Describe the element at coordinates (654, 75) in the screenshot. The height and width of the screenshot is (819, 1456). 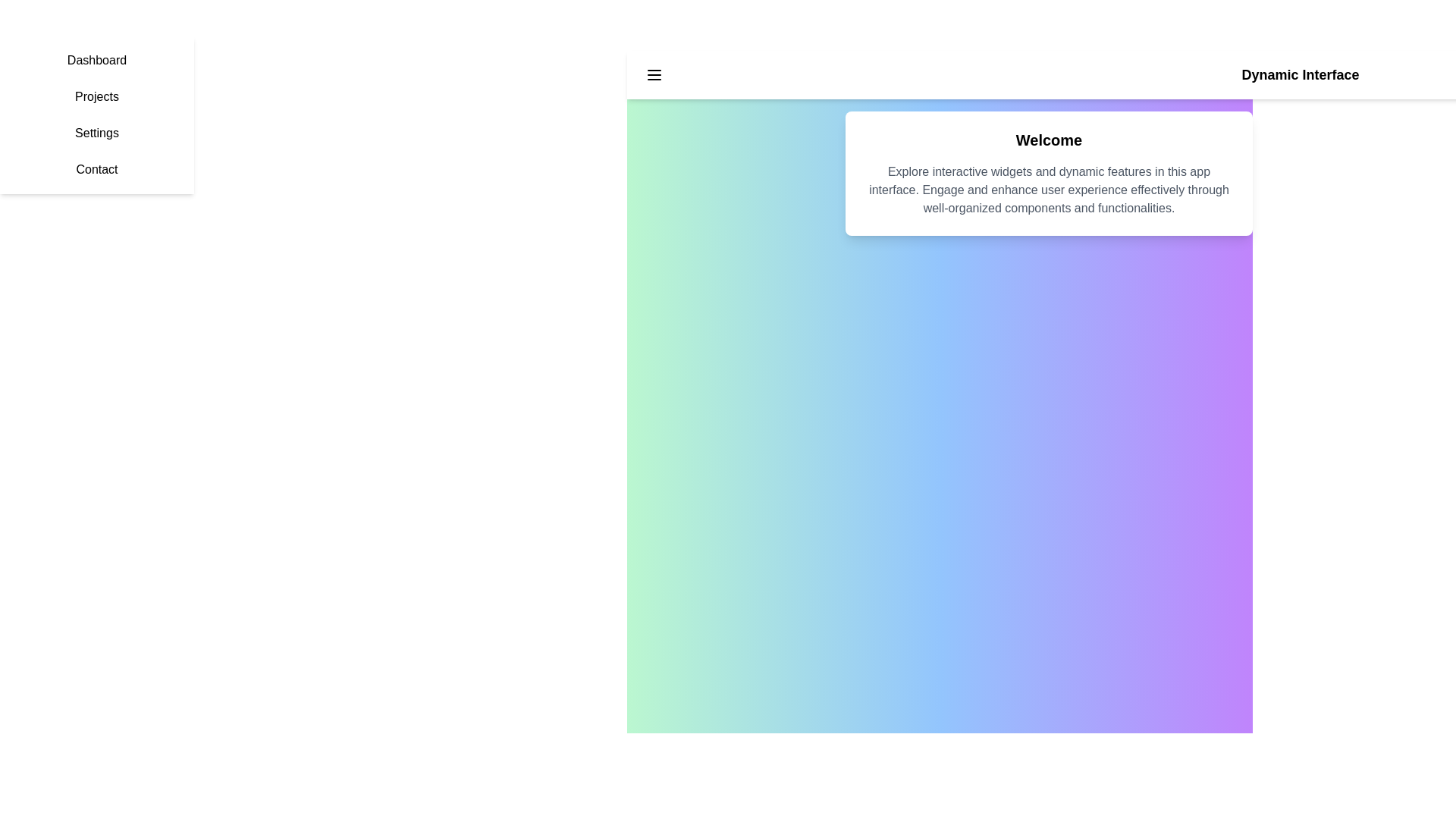
I see `the menu button to toggle the sidebar visibility` at that location.